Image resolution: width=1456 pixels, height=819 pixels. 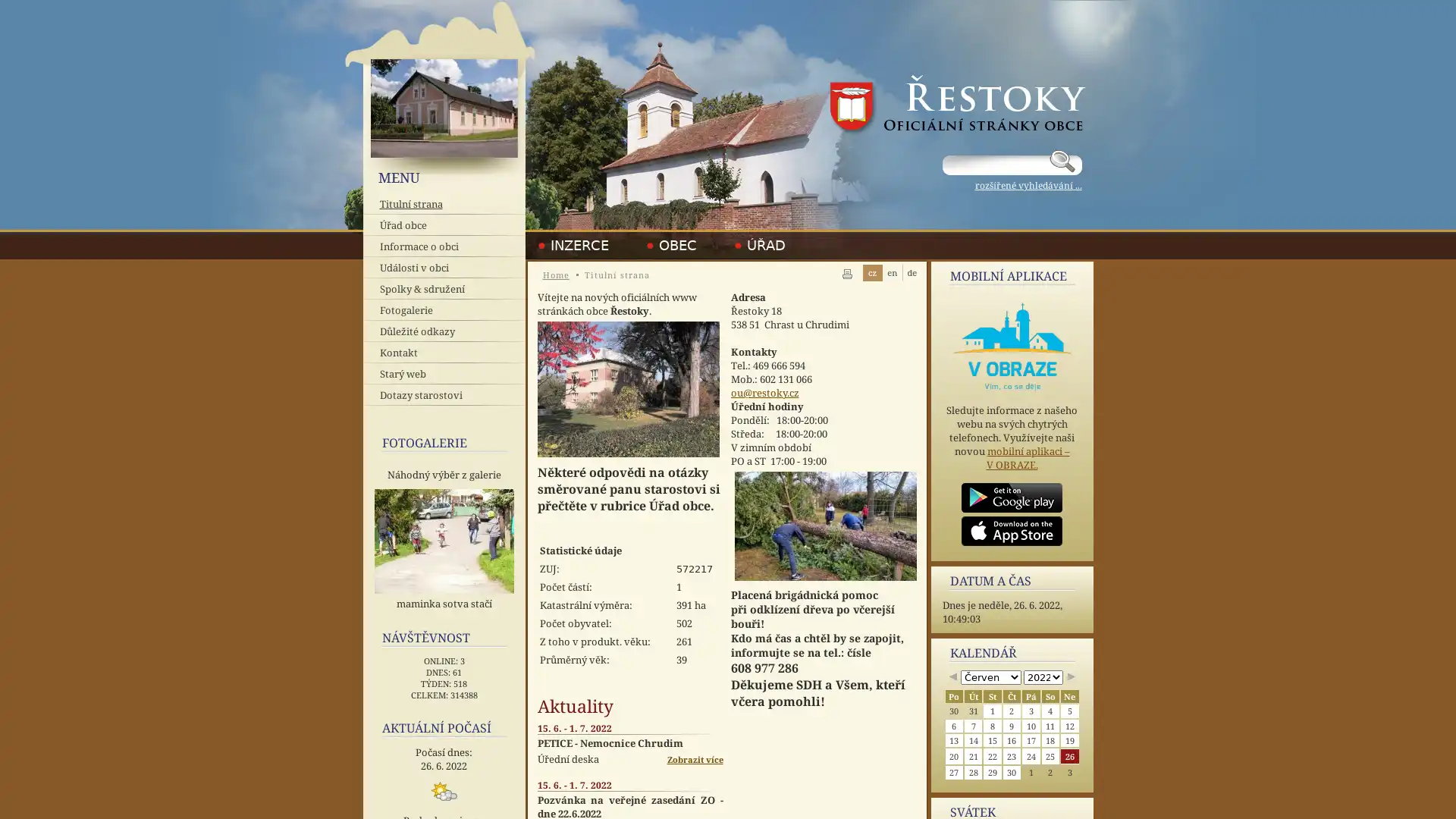 I want to click on dalsi, so click(x=1069, y=676).